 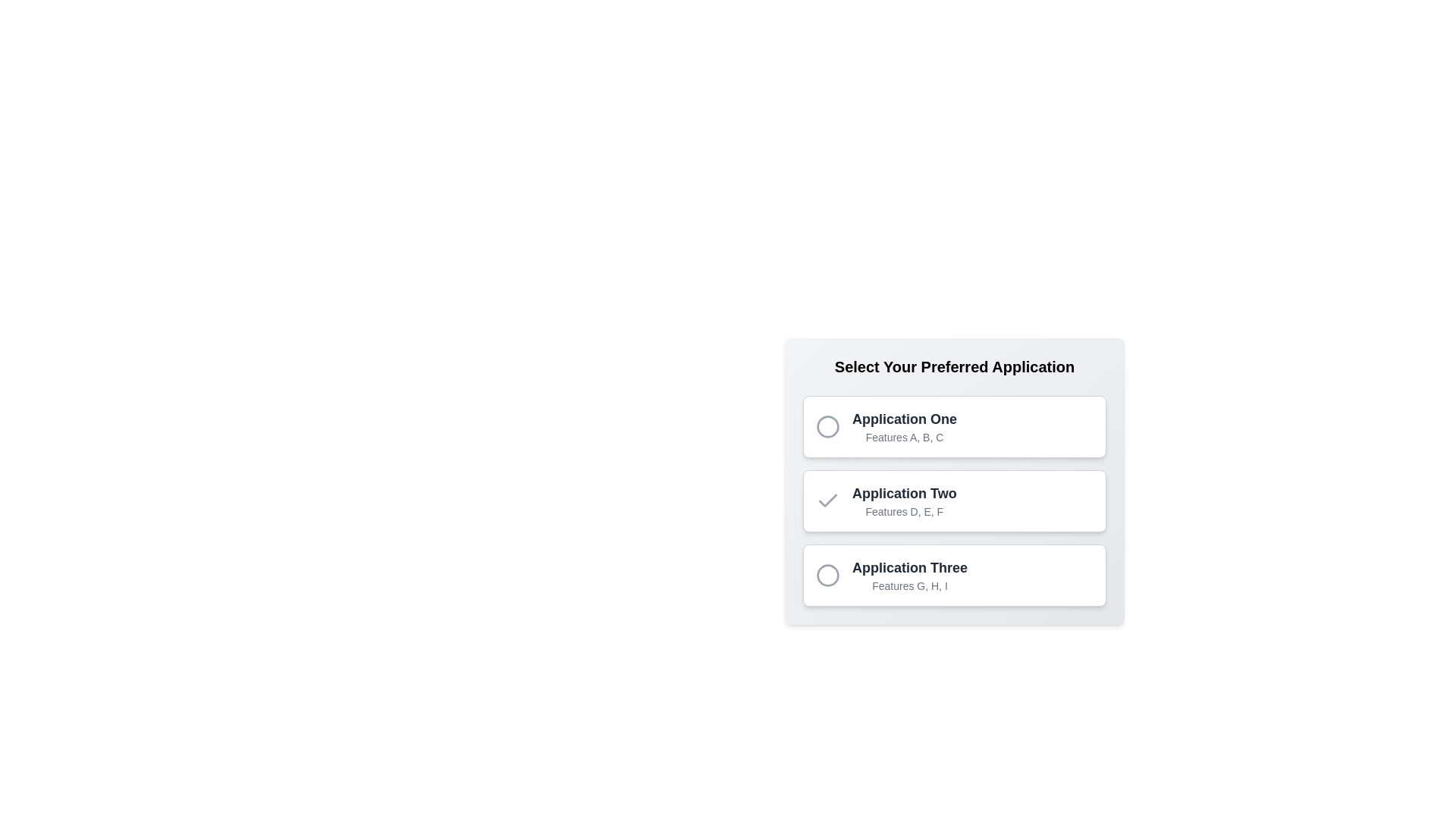 What do you see at coordinates (910, 576) in the screenshot?
I see `the text display that shows the name and features of the third selectable application option located at the bottom of the vertical list, to the right of a circular radio button` at bounding box center [910, 576].